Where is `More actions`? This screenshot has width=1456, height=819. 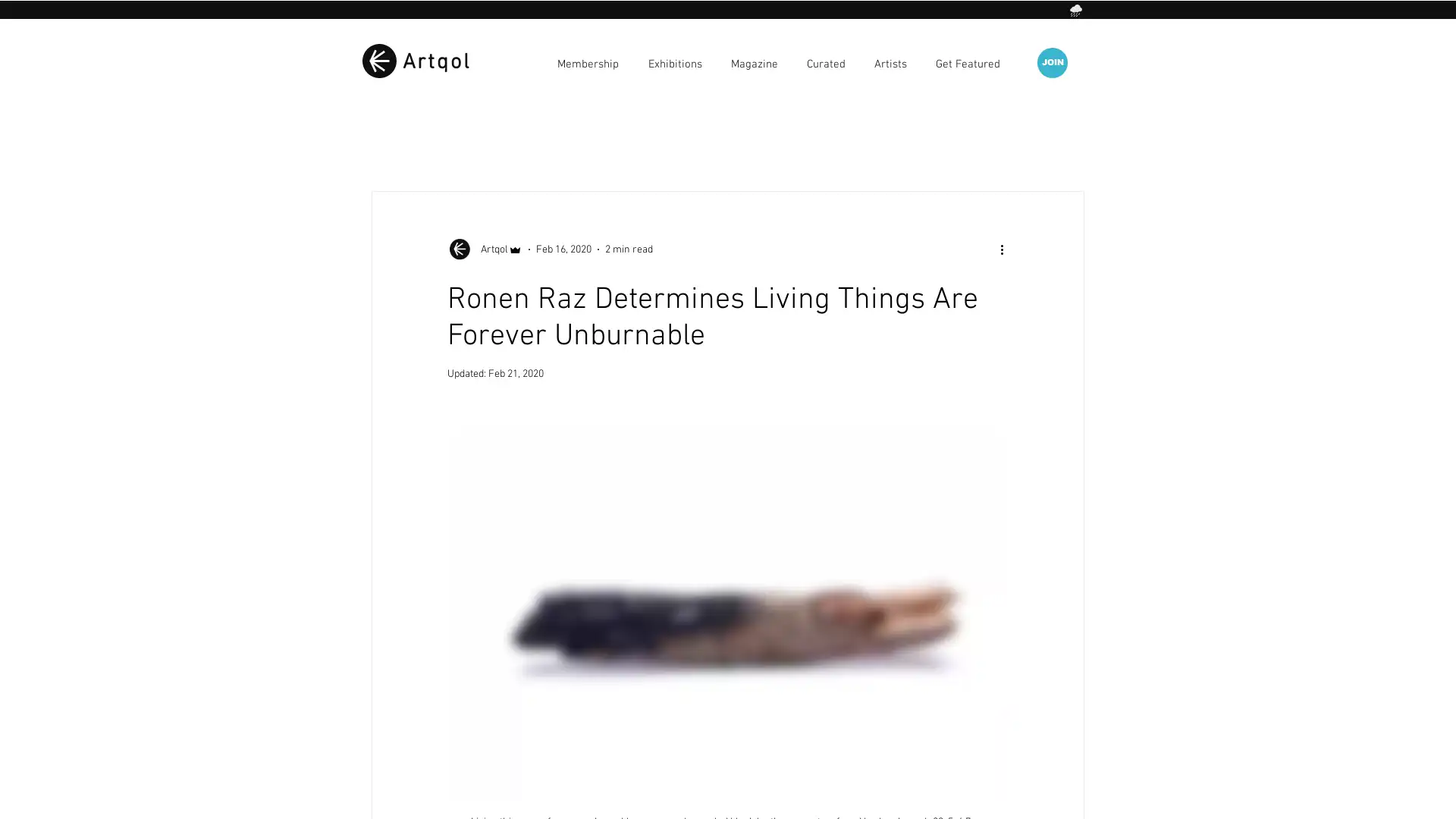 More actions is located at coordinates (1006, 248).